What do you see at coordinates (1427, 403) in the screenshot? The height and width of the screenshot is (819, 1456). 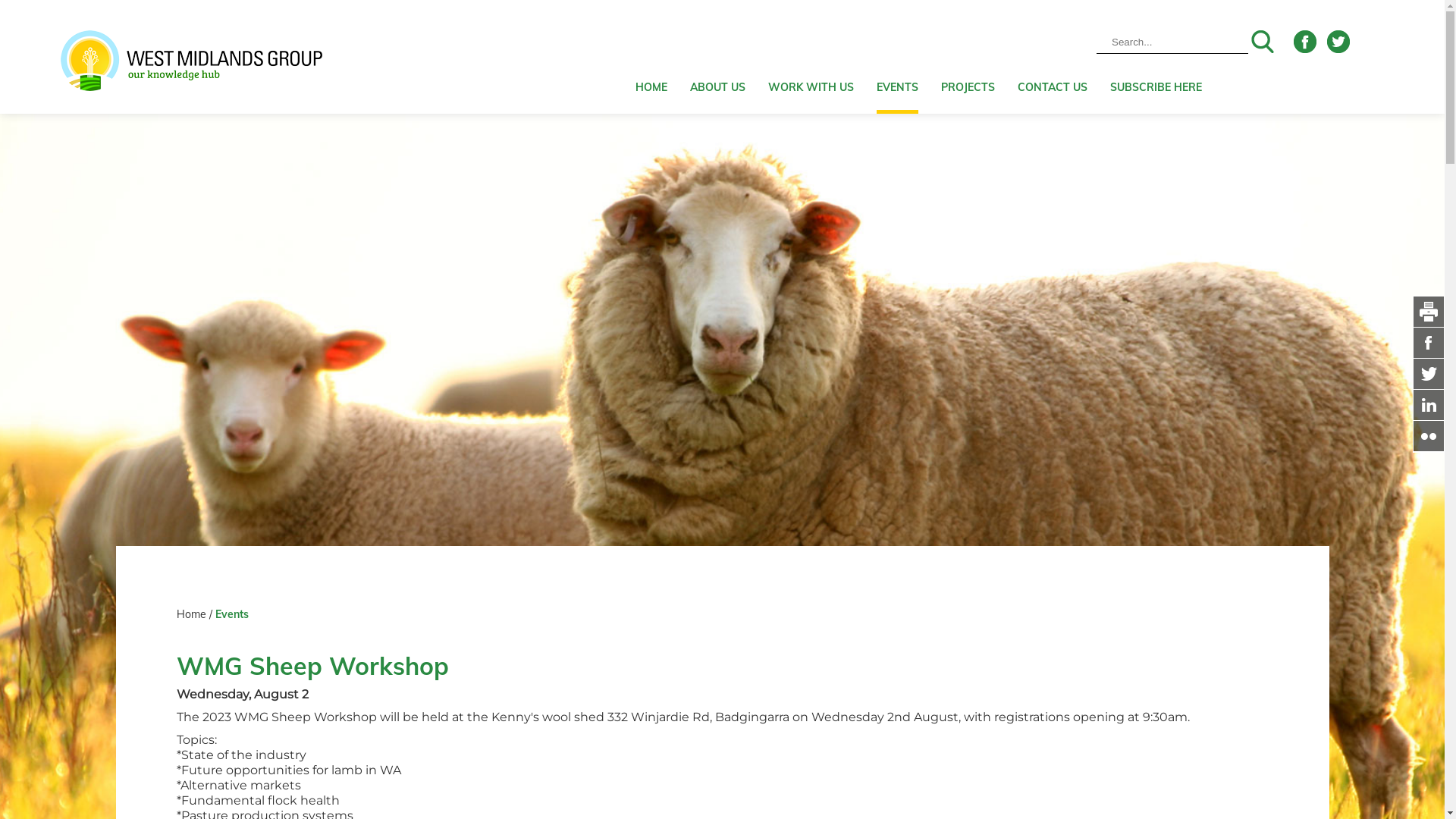 I see `' '` at bounding box center [1427, 403].